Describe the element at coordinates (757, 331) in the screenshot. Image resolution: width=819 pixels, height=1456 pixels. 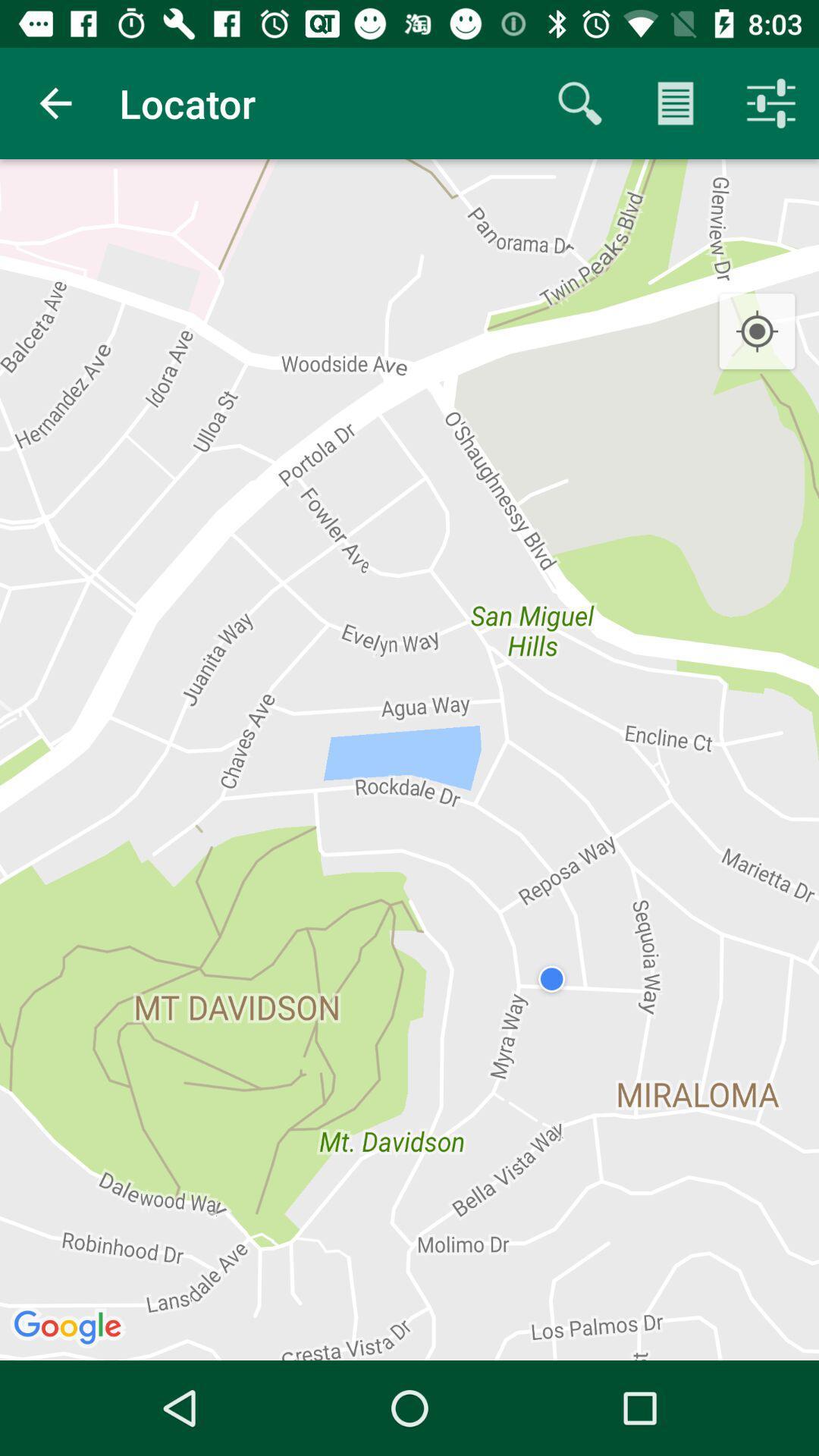
I see `the location_crosshair icon` at that location.